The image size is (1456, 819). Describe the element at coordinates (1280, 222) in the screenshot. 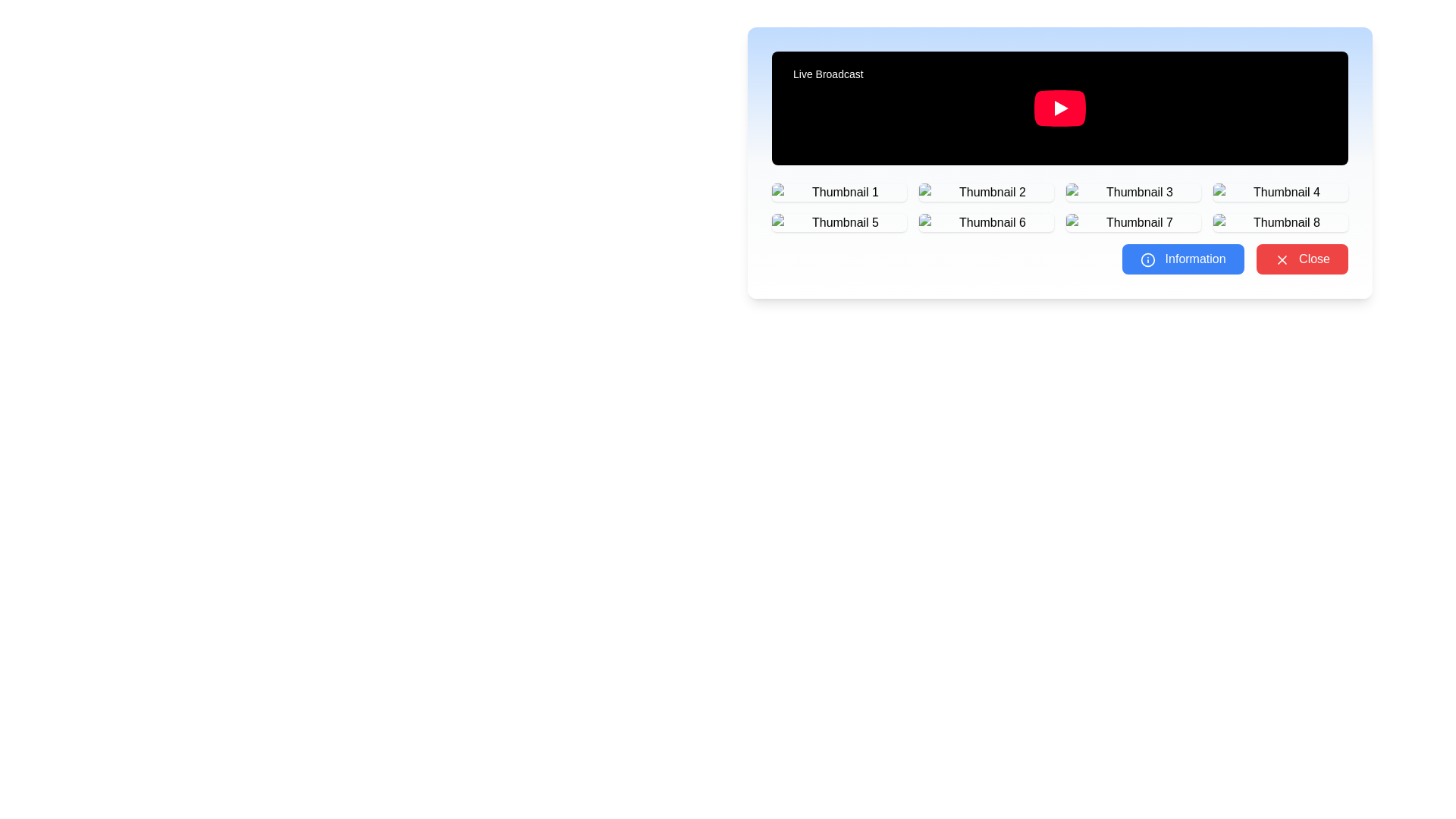

I see `the Interactive thumbnail preview labeled 'Thumbnail 8' located at the 8th position in a 4-column grid layout below the video player` at that location.